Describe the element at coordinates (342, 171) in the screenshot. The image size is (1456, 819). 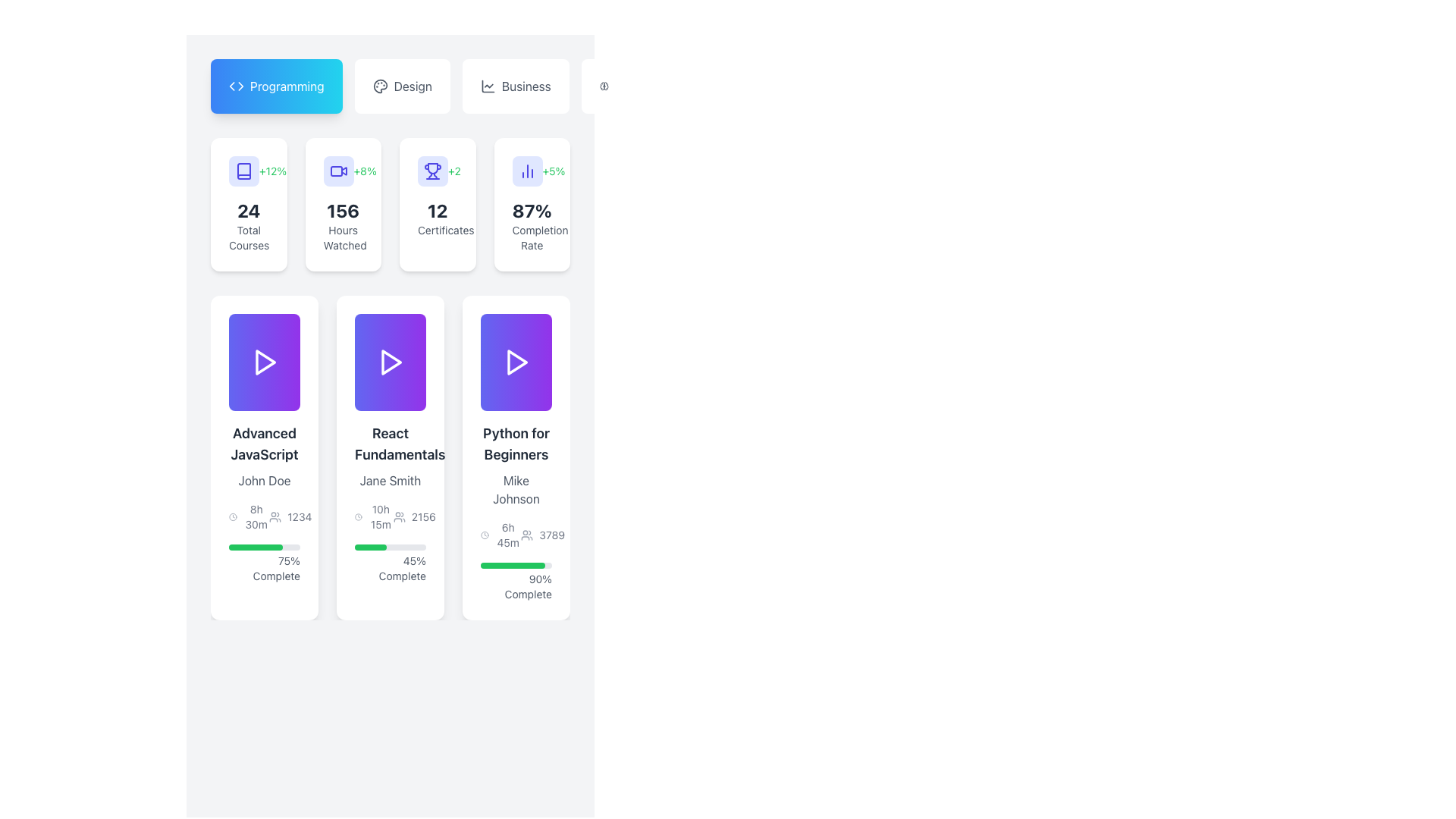
I see `the Informational widget located in the top row of metrics, positioned between the 'Total Courses' and 'Certificates' metrics` at that location.